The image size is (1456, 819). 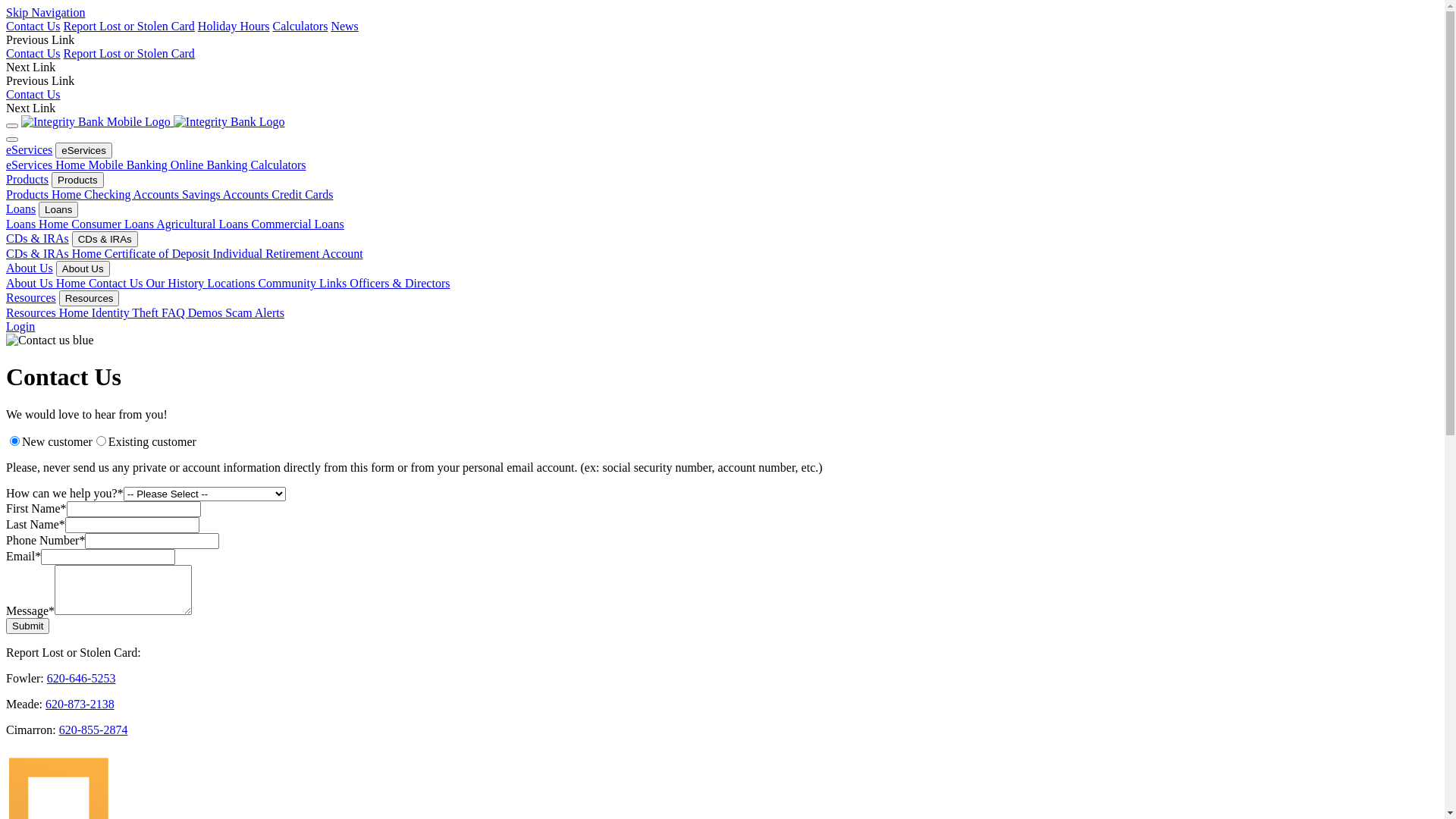 I want to click on 'Savings Accounts', so click(x=225, y=193).